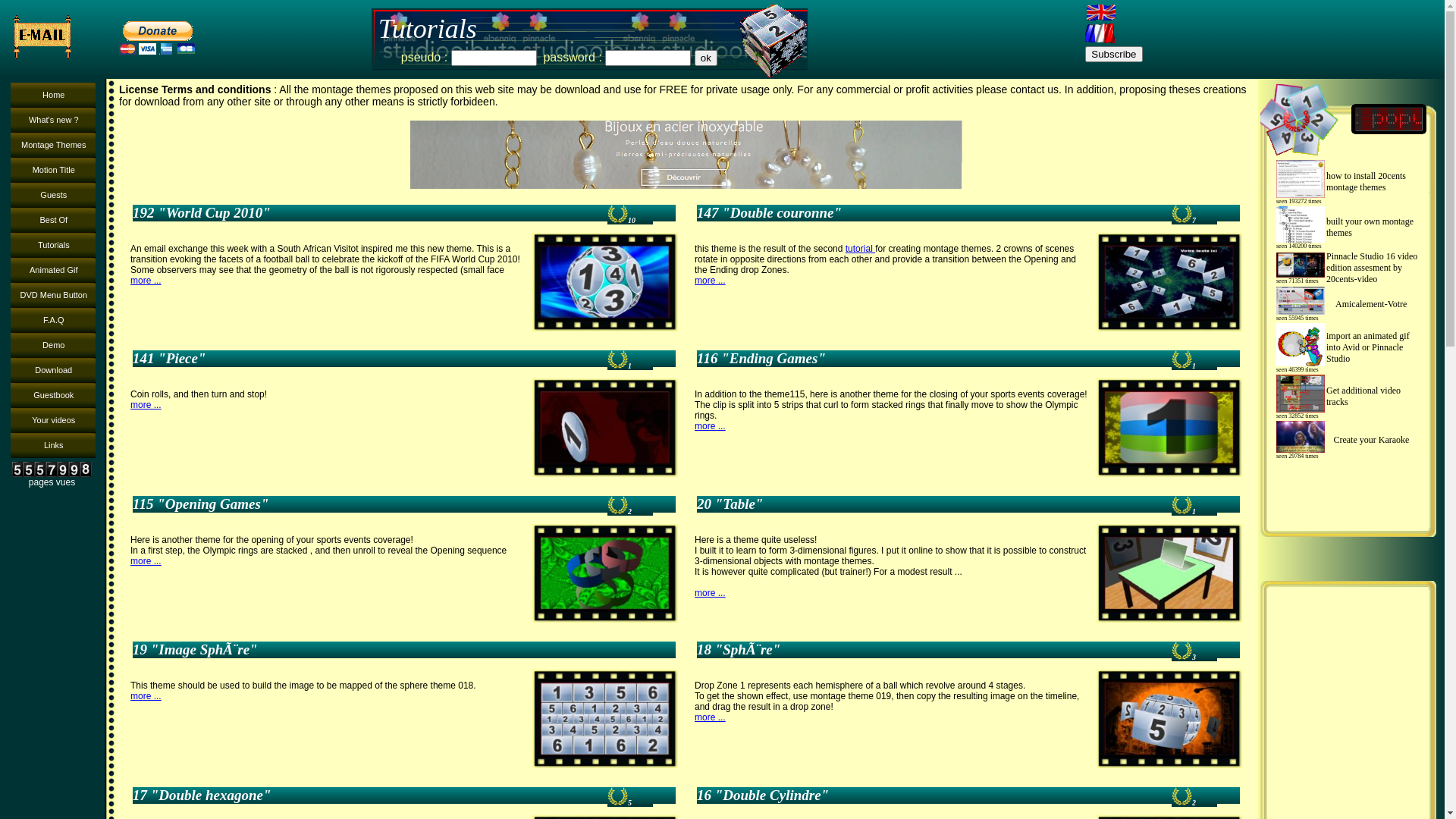  Describe the element at coordinates (11, 420) in the screenshot. I see `'Your videos'` at that location.